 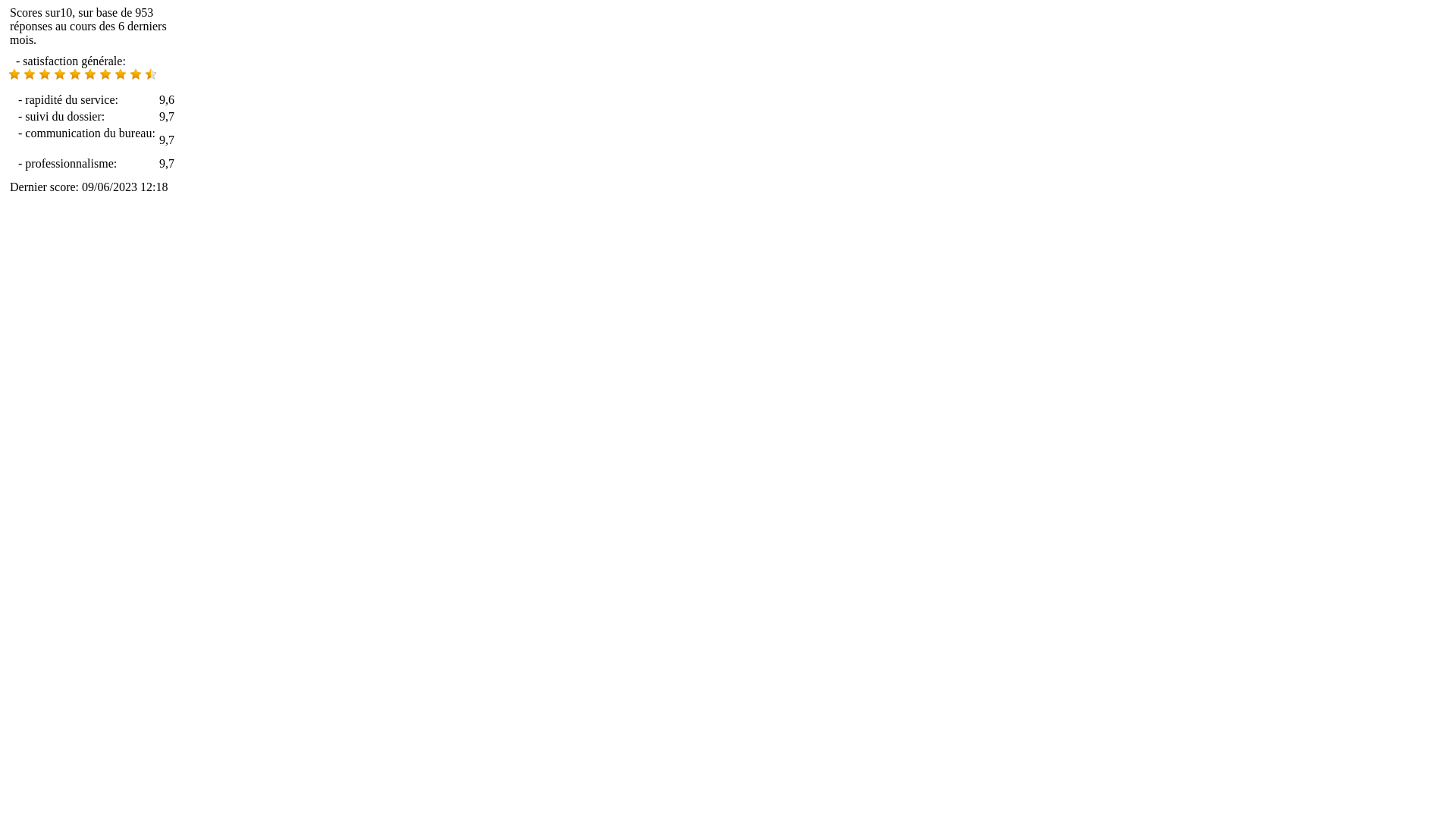 What do you see at coordinates (29, 74) in the screenshot?
I see `'9.6715634837356'` at bounding box center [29, 74].